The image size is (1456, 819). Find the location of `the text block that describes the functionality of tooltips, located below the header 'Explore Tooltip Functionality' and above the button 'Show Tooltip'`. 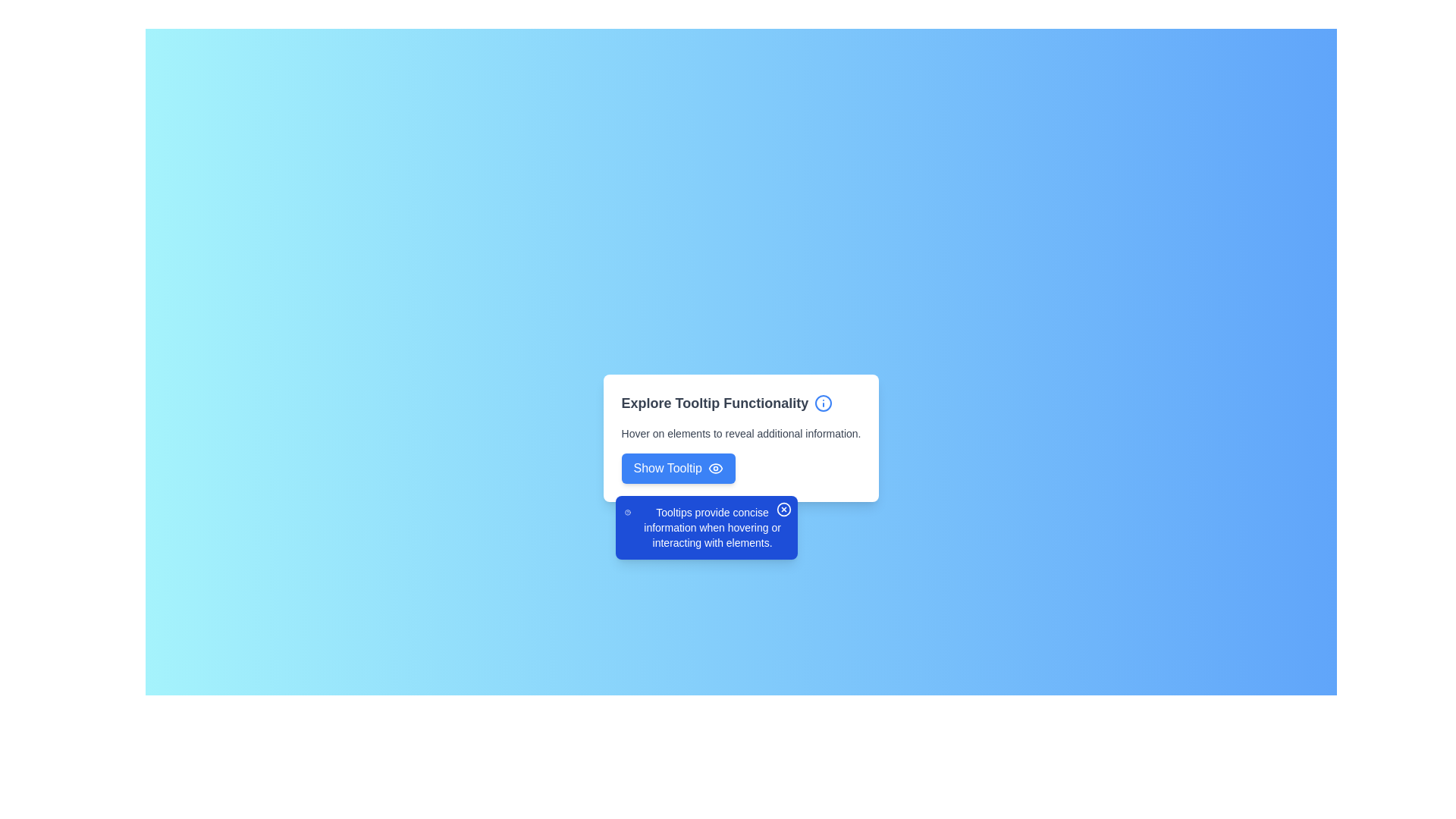

the text block that describes the functionality of tooltips, located below the header 'Explore Tooltip Functionality' and above the button 'Show Tooltip' is located at coordinates (741, 438).